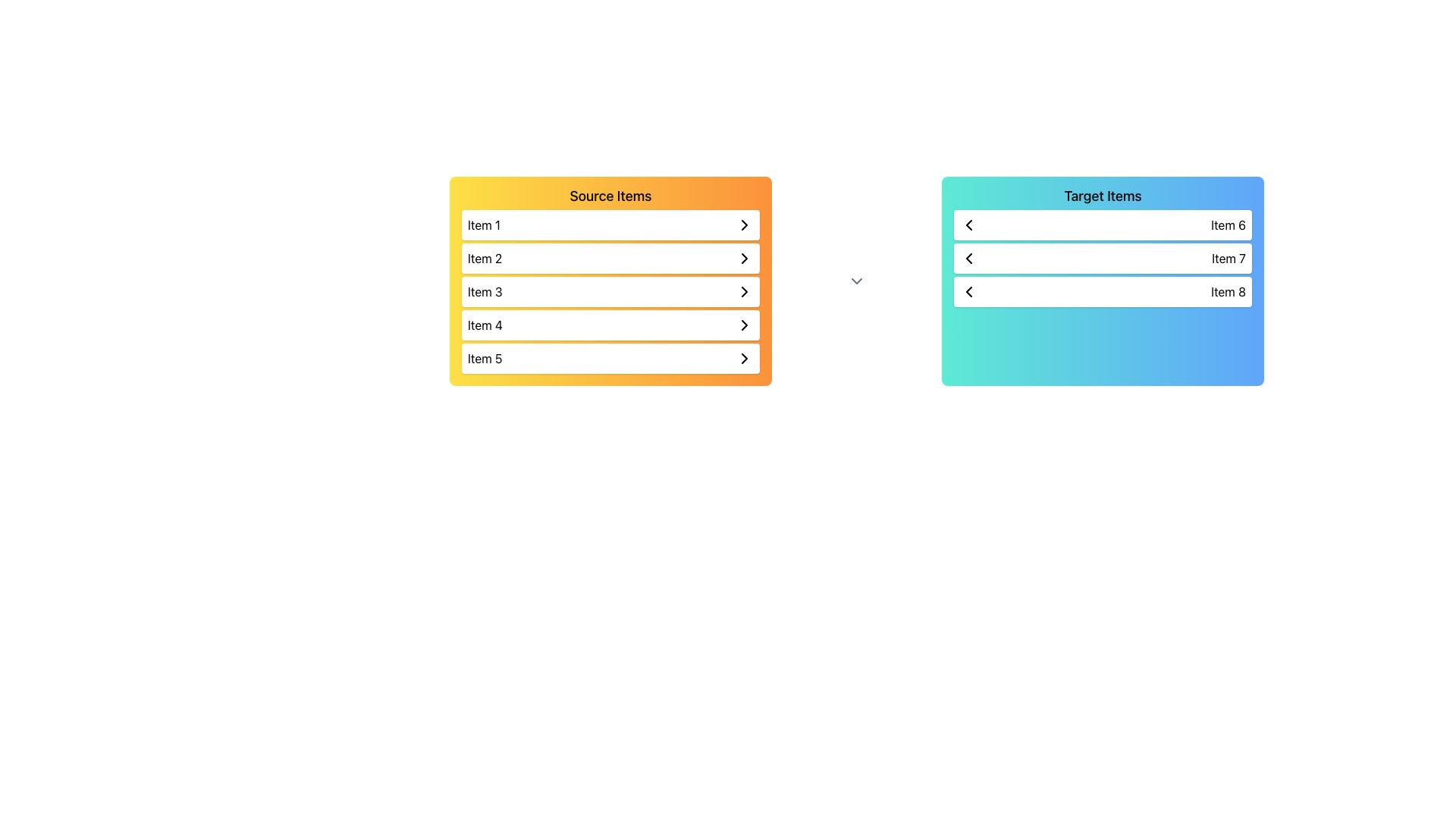 This screenshot has width=1456, height=819. What do you see at coordinates (1228, 257) in the screenshot?
I see `the 'Item 7' label in the 'Target Items' list for potential interaction` at bounding box center [1228, 257].